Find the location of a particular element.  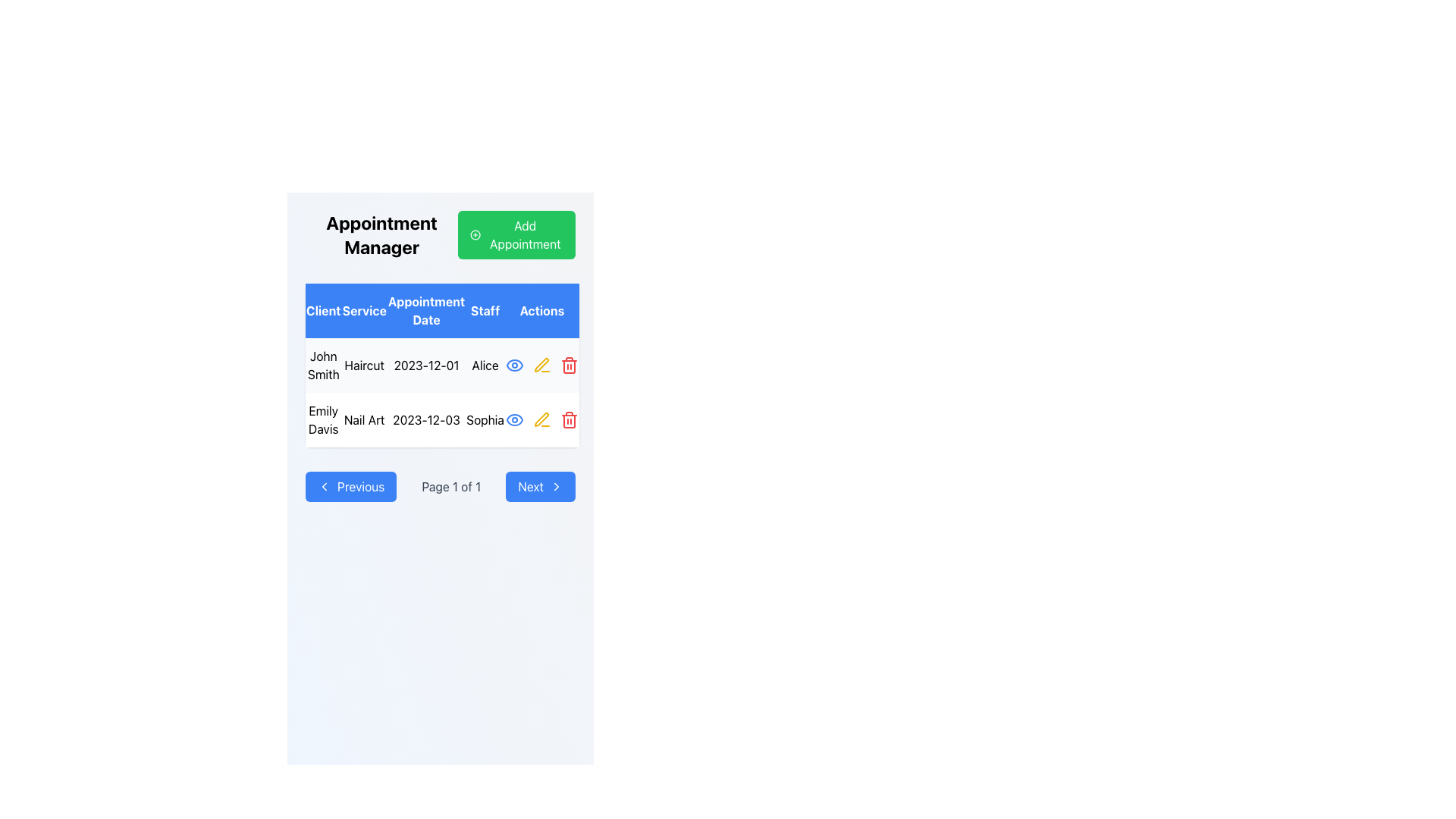

the yellow pencil icon edit button in the Actions column of the second row, which is located between the blue eye icon and the red trash can icon is located at coordinates (541, 420).